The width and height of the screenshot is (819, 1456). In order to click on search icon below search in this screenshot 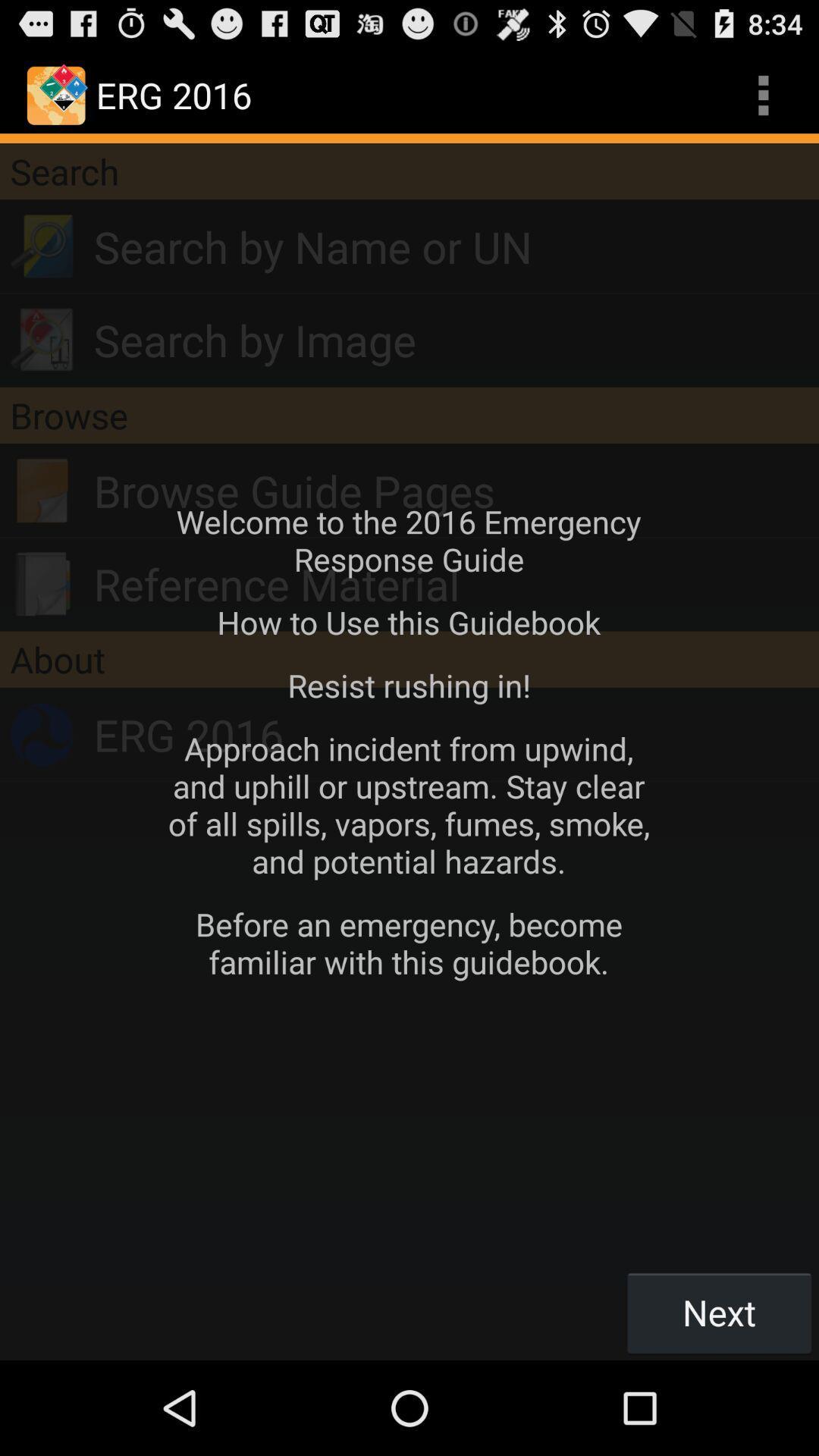, I will do `click(42, 247)`.